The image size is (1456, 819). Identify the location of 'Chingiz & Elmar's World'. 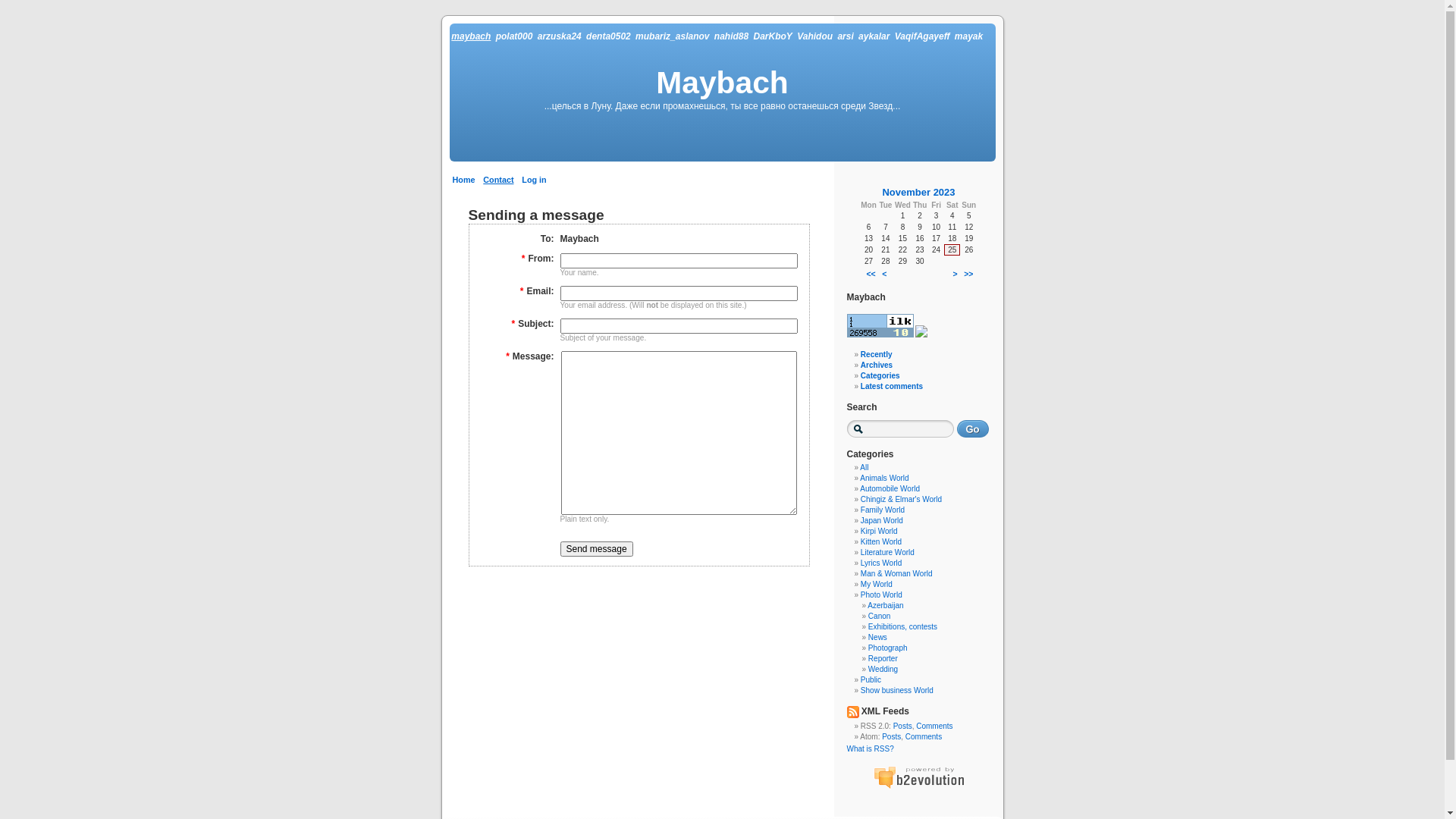
(860, 499).